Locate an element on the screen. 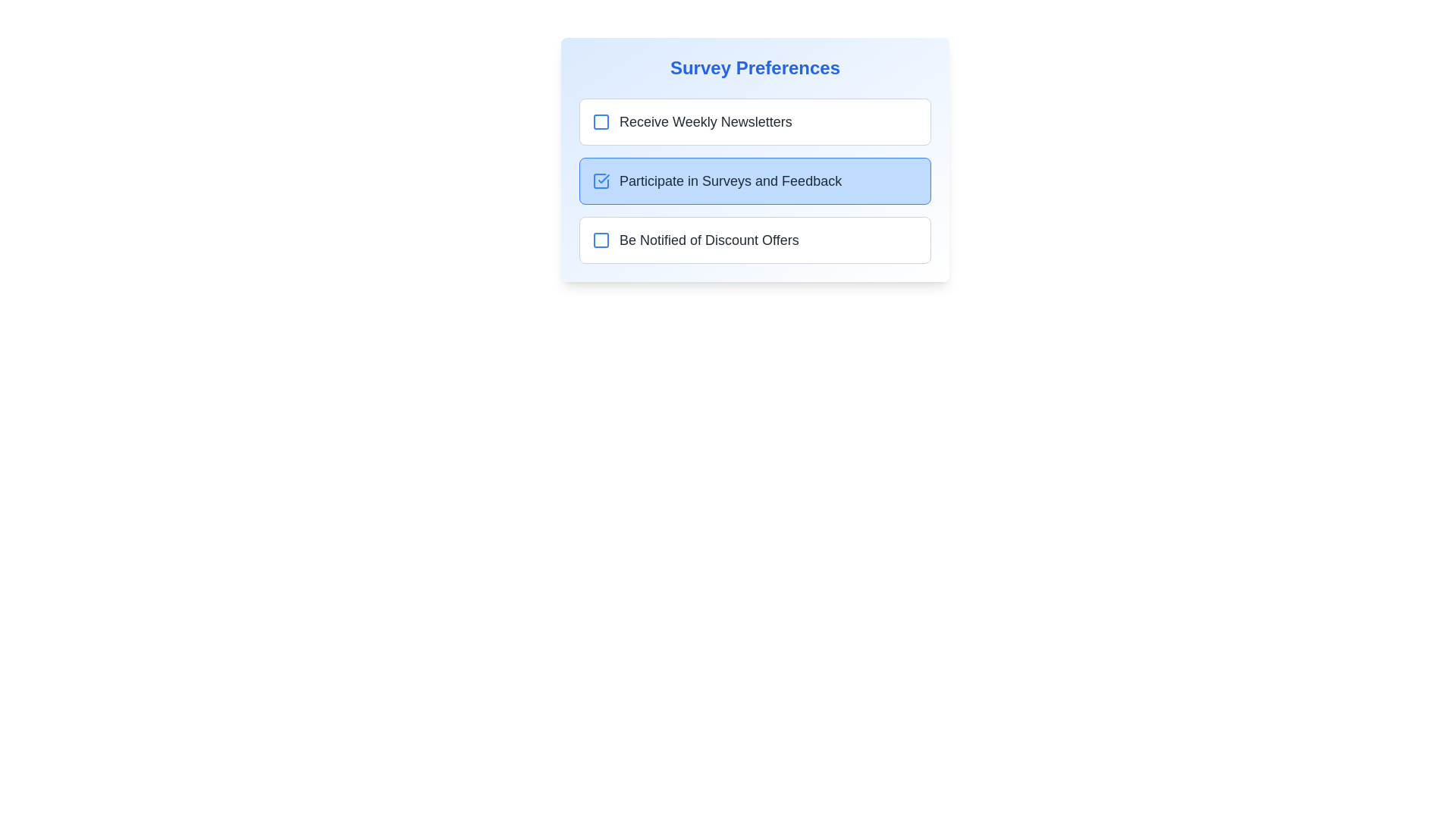  the checkbox of the second selectable list item within the 'Survey Preferences' card is located at coordinates (755, 180).